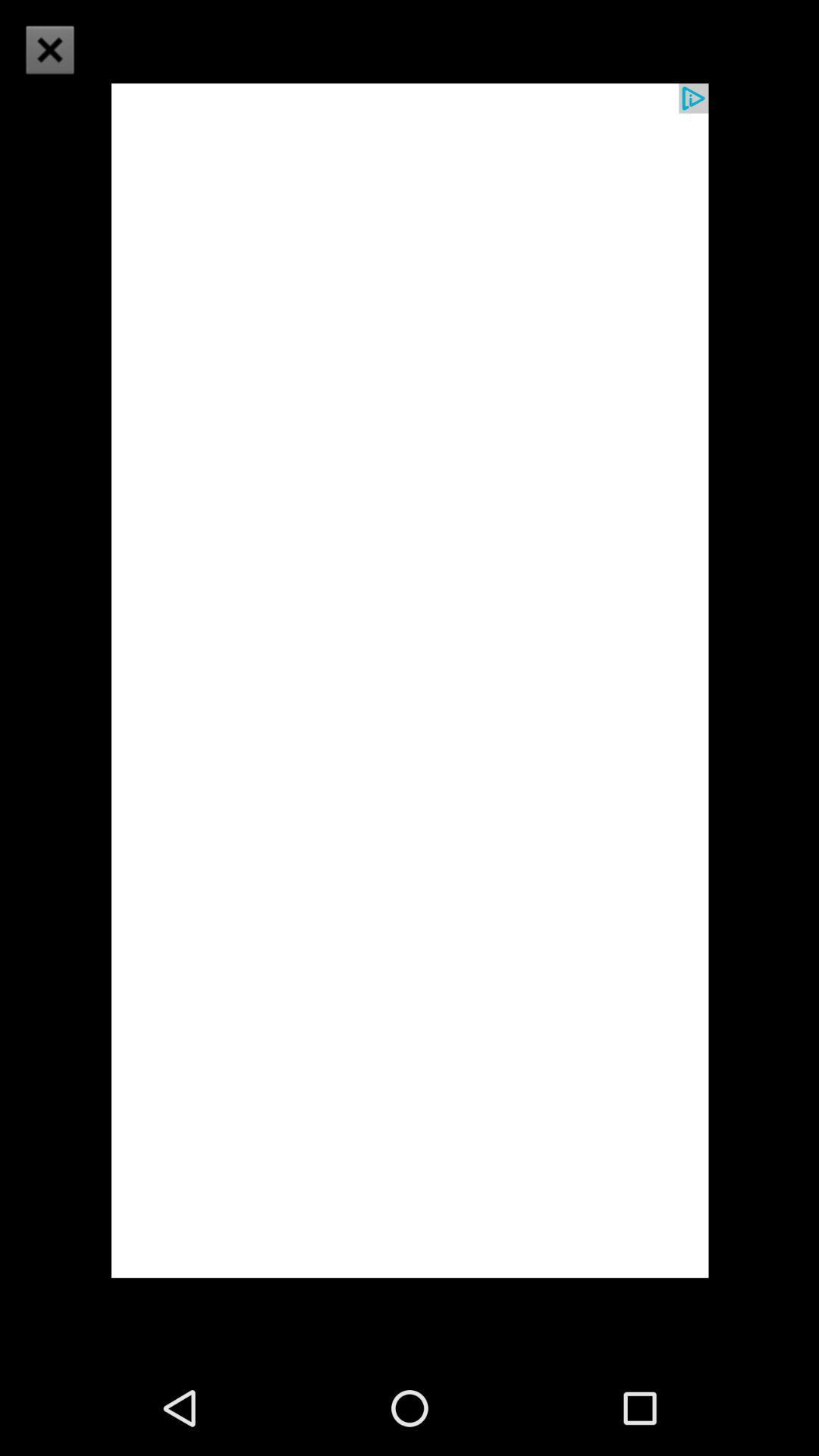 Image resolution: width=819 pixels, height=1456 pixels. Describe the element at coordinates (409, 679) in the screenshot. I see `icon at the center` at that location.